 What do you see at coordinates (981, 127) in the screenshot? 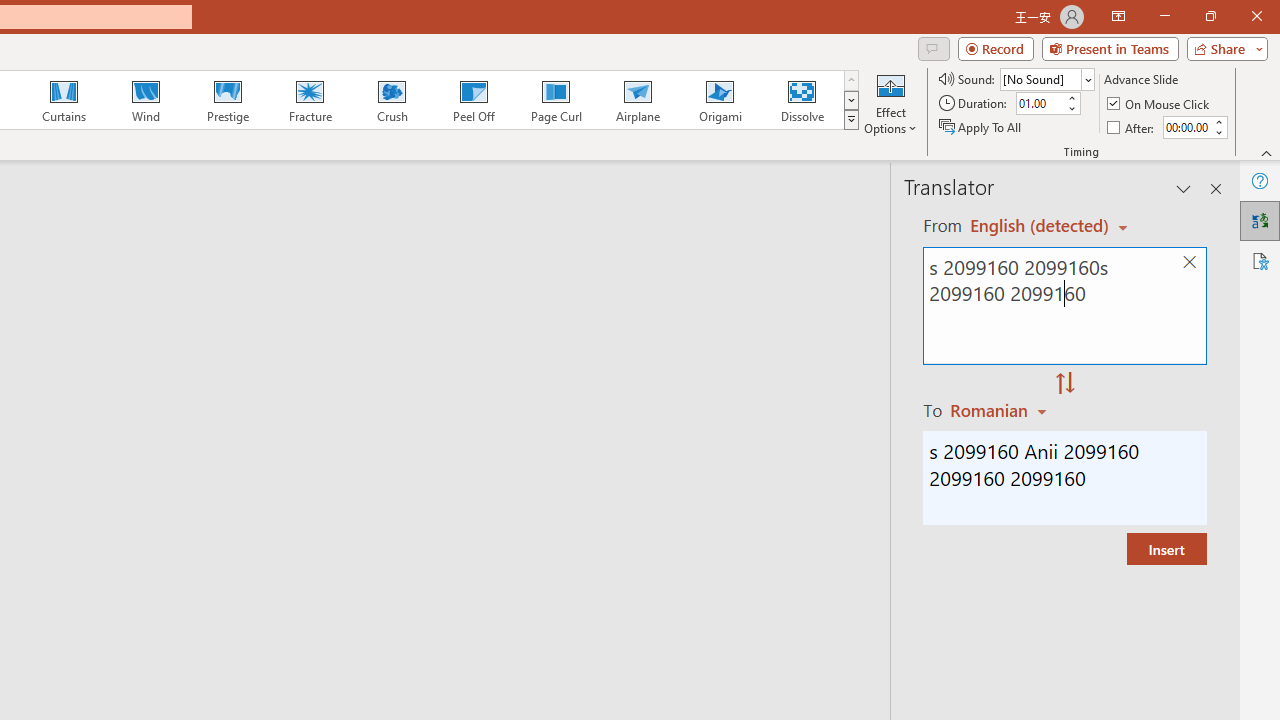
I see `'Apply To All'` at bounding box center [981, 127].